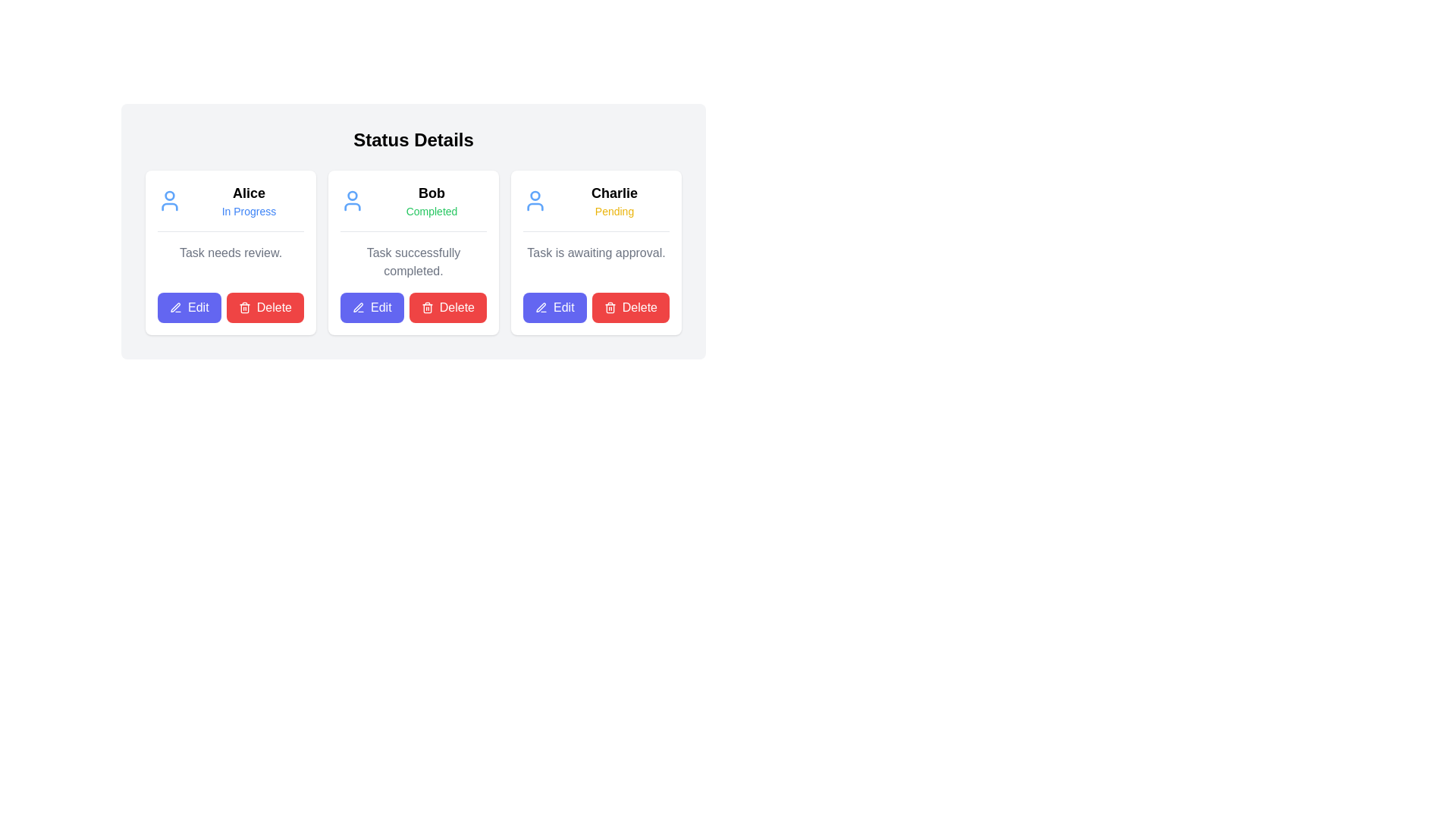 This screenshot has height=819, width=1456. Describe the element at coordinates (541, 307) in the screenshot. I see `the pen-shaped icon within the 'Edit' button at the bottom-left corner of the card under 'Charlie'` at that location.